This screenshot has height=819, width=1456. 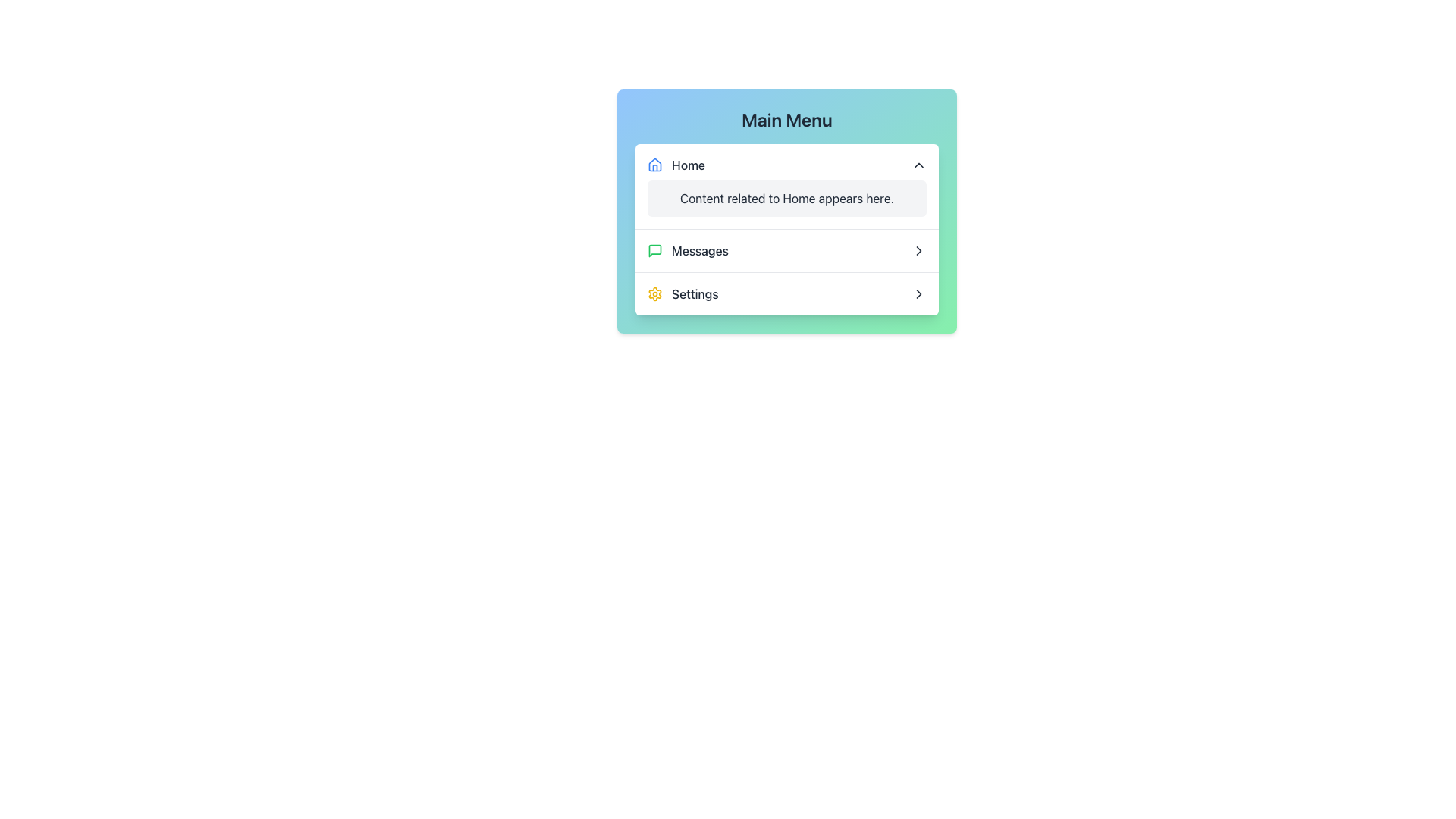 What do you see at coordinates (786, 294) in the screenshot?
I see `the navigation option for accessing settings, which is the third item in the vertical list under the 'Main Menu'` at bounding box center [786, 294].